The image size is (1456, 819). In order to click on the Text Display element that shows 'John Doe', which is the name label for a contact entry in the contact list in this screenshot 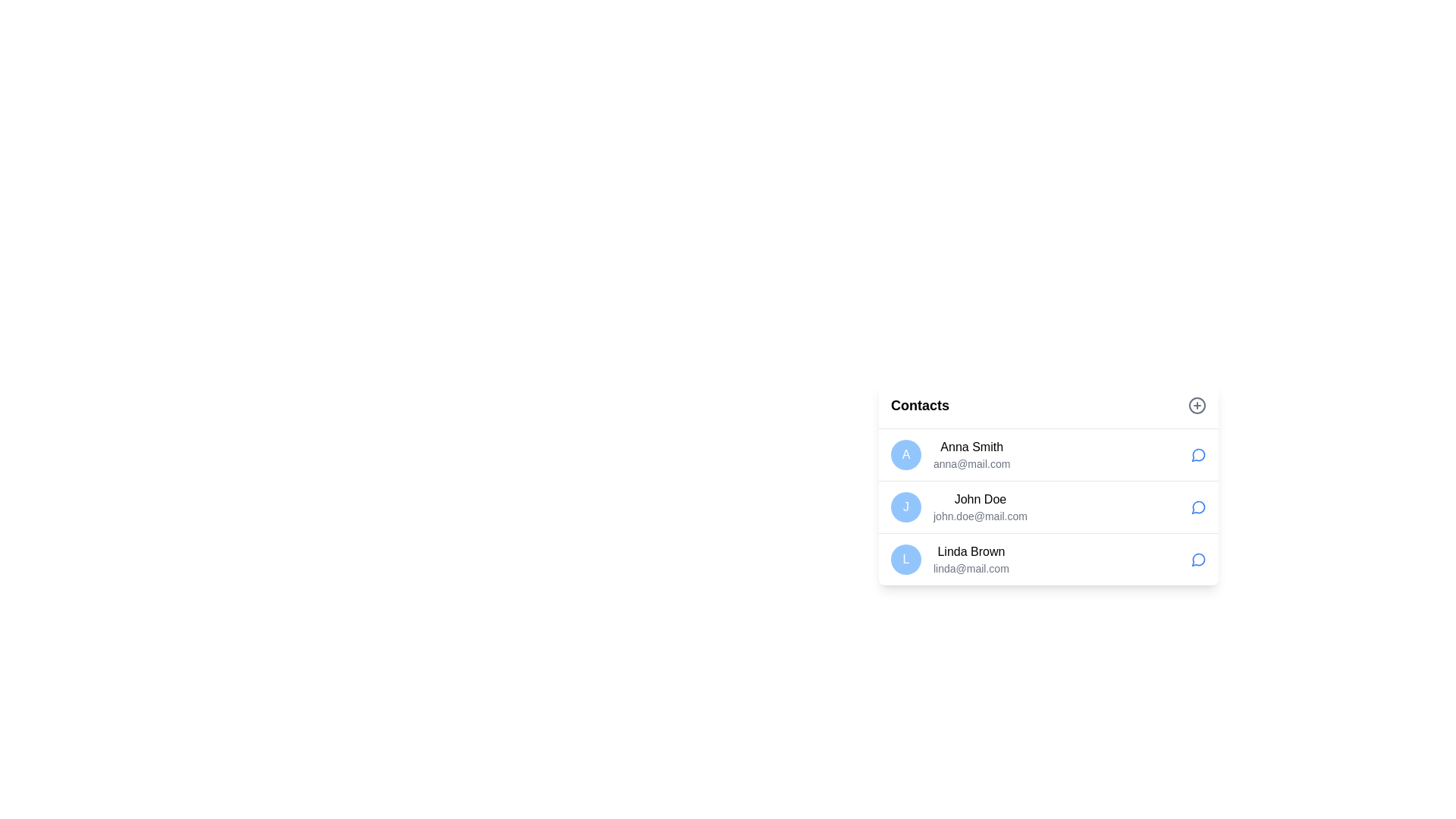, I will do `click(980, 500)`.